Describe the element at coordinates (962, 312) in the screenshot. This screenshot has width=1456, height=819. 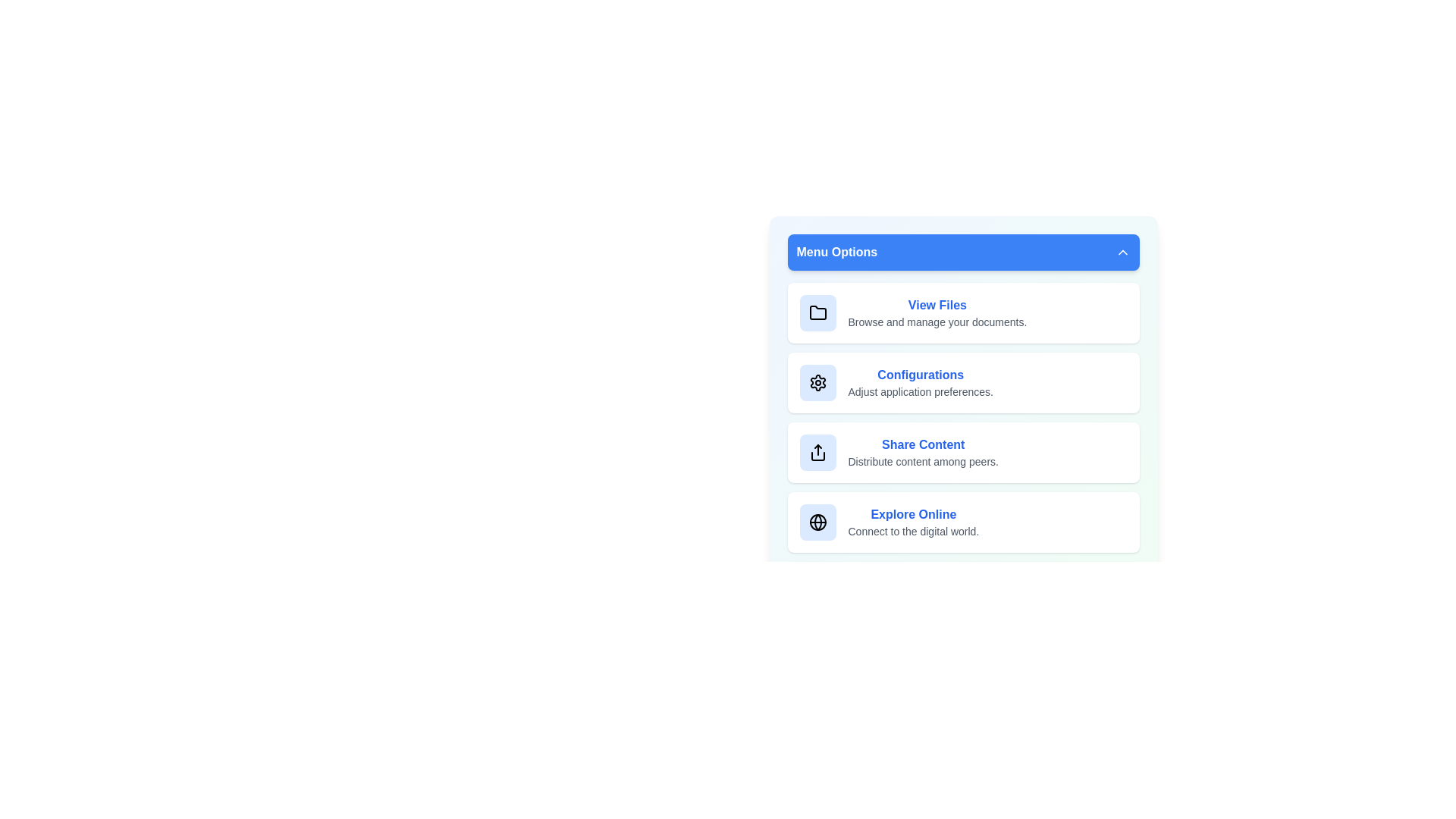
I see `the menu item corresponding to View Files` at that location.